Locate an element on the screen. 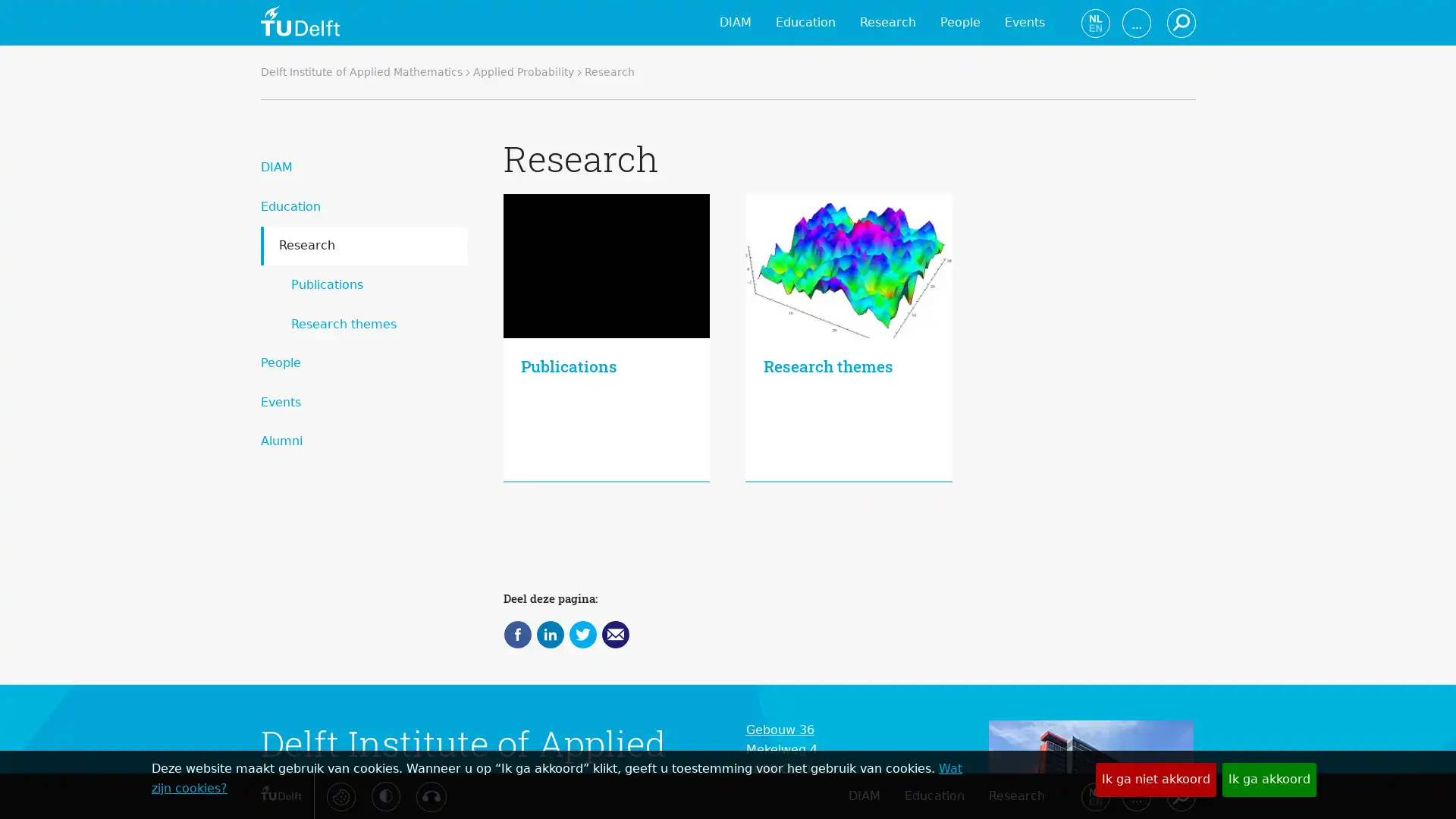 The height and width of the screenshot is (819, 1456). Activeer hoog contrast is located at coordinates (385, 795).